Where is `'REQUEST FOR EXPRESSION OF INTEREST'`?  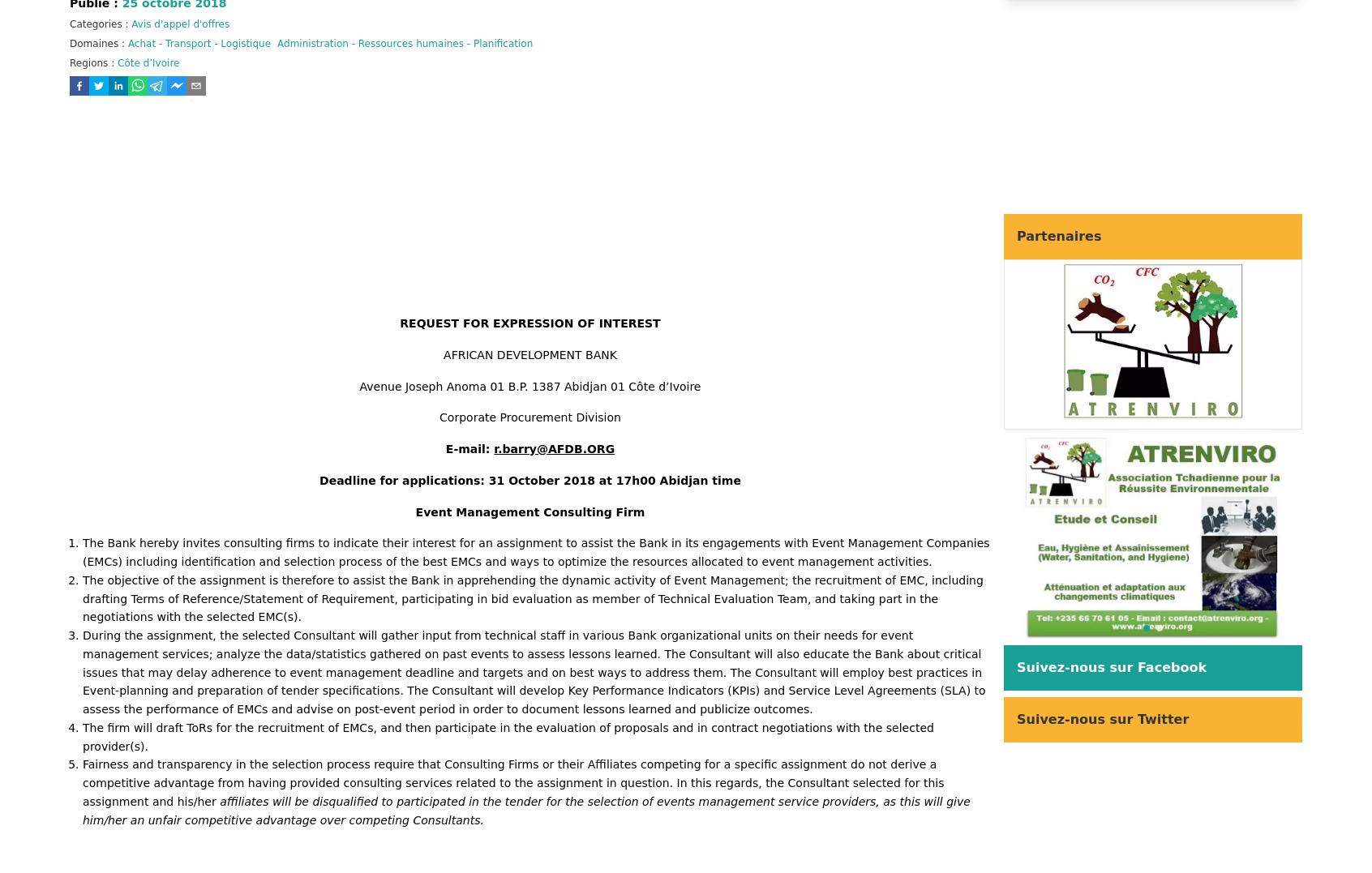
'REQUEST FOR EXPRESSION OF INTEREST' is located at coordinates (530, 323).